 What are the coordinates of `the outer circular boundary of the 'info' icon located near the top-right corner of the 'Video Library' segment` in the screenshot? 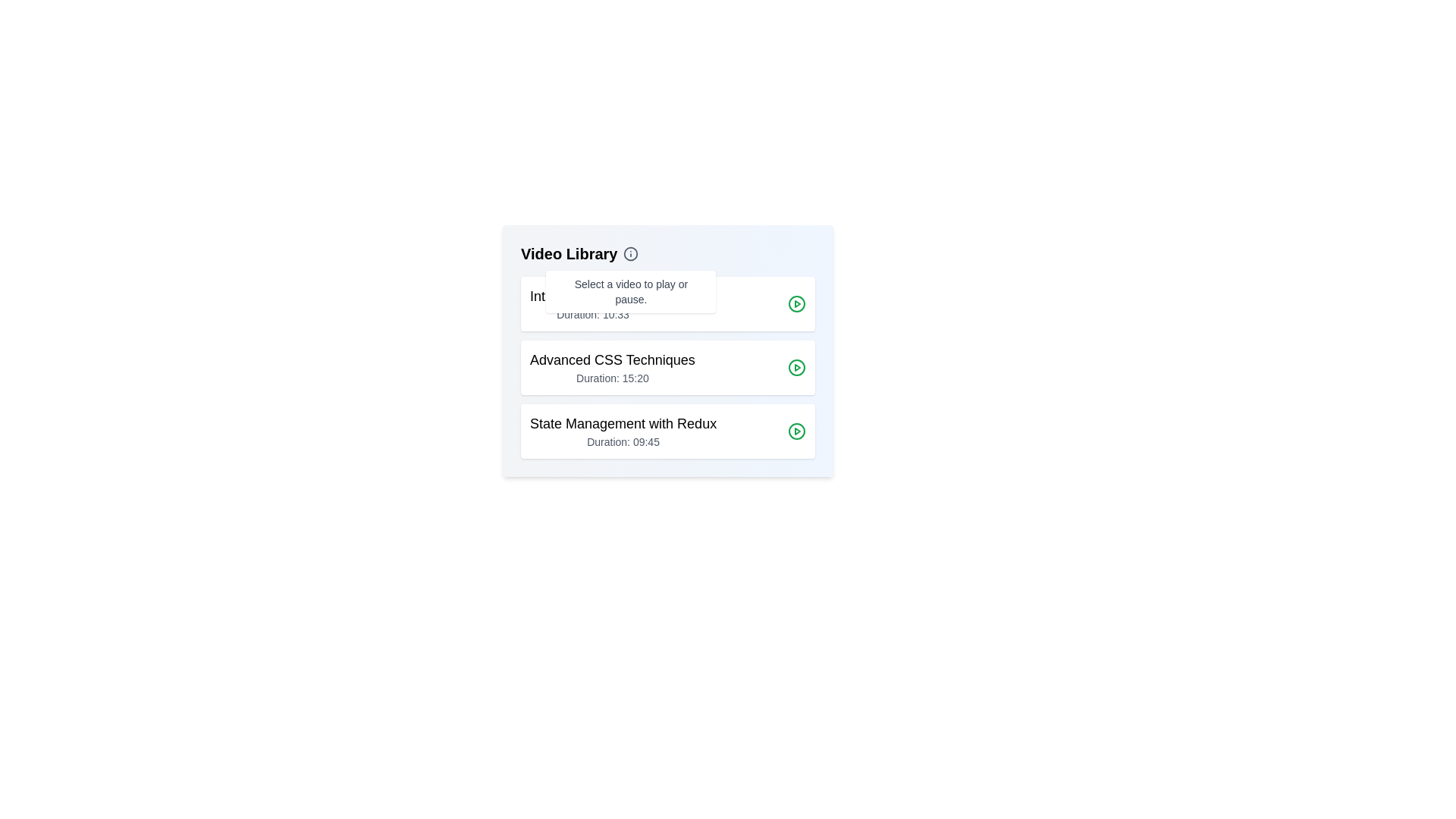 It's located at (631, 253).